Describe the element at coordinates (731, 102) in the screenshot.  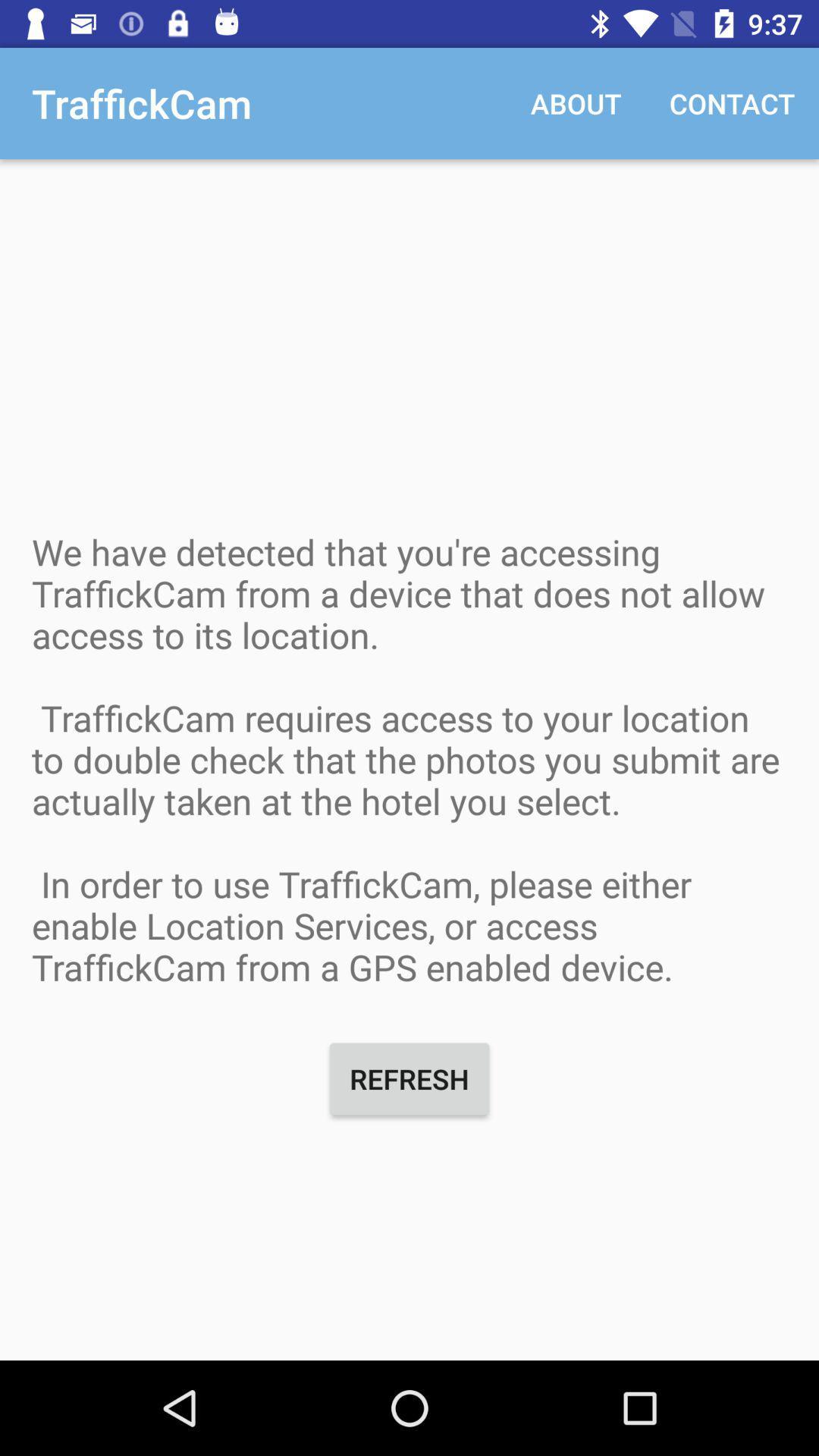
I see `the item to the right of about item` at that location.